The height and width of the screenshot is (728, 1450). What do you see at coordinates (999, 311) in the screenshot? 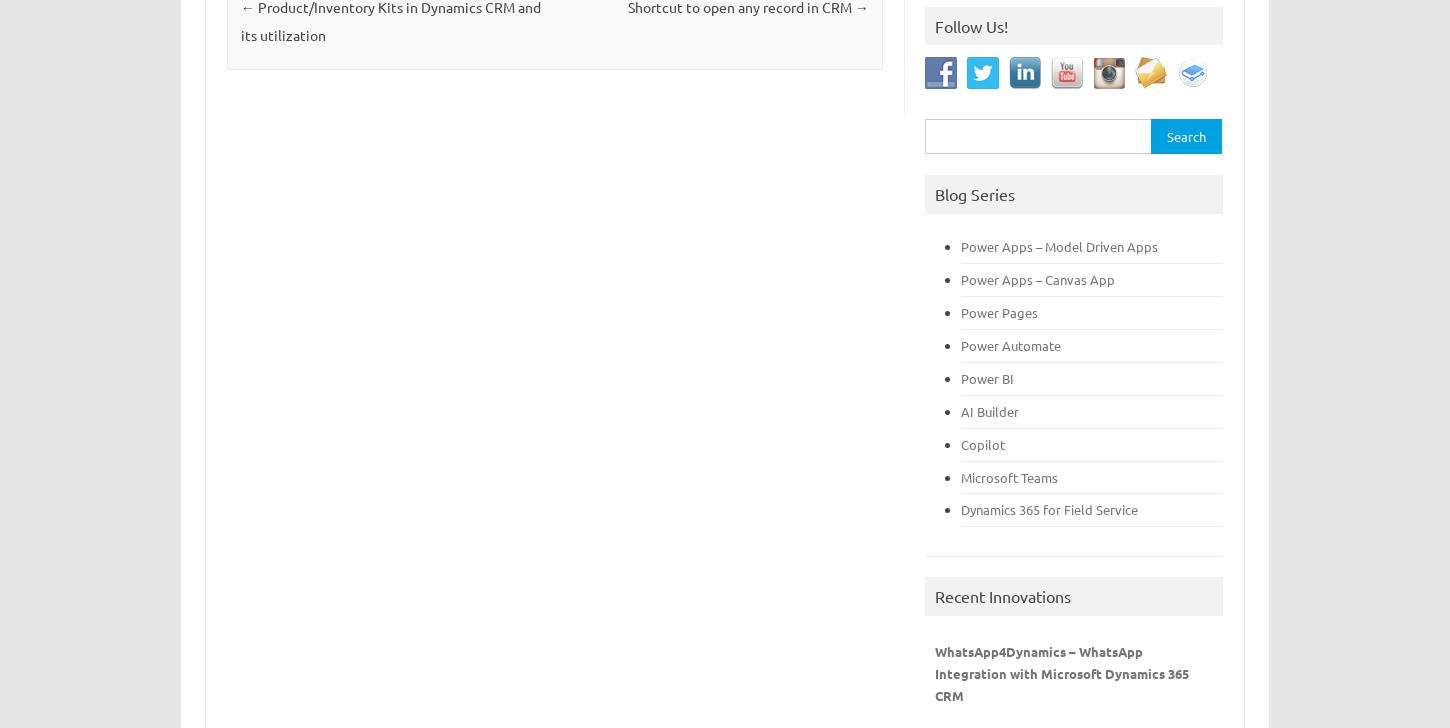
I see `'Power Pages'` at bounding box center [999, 311].